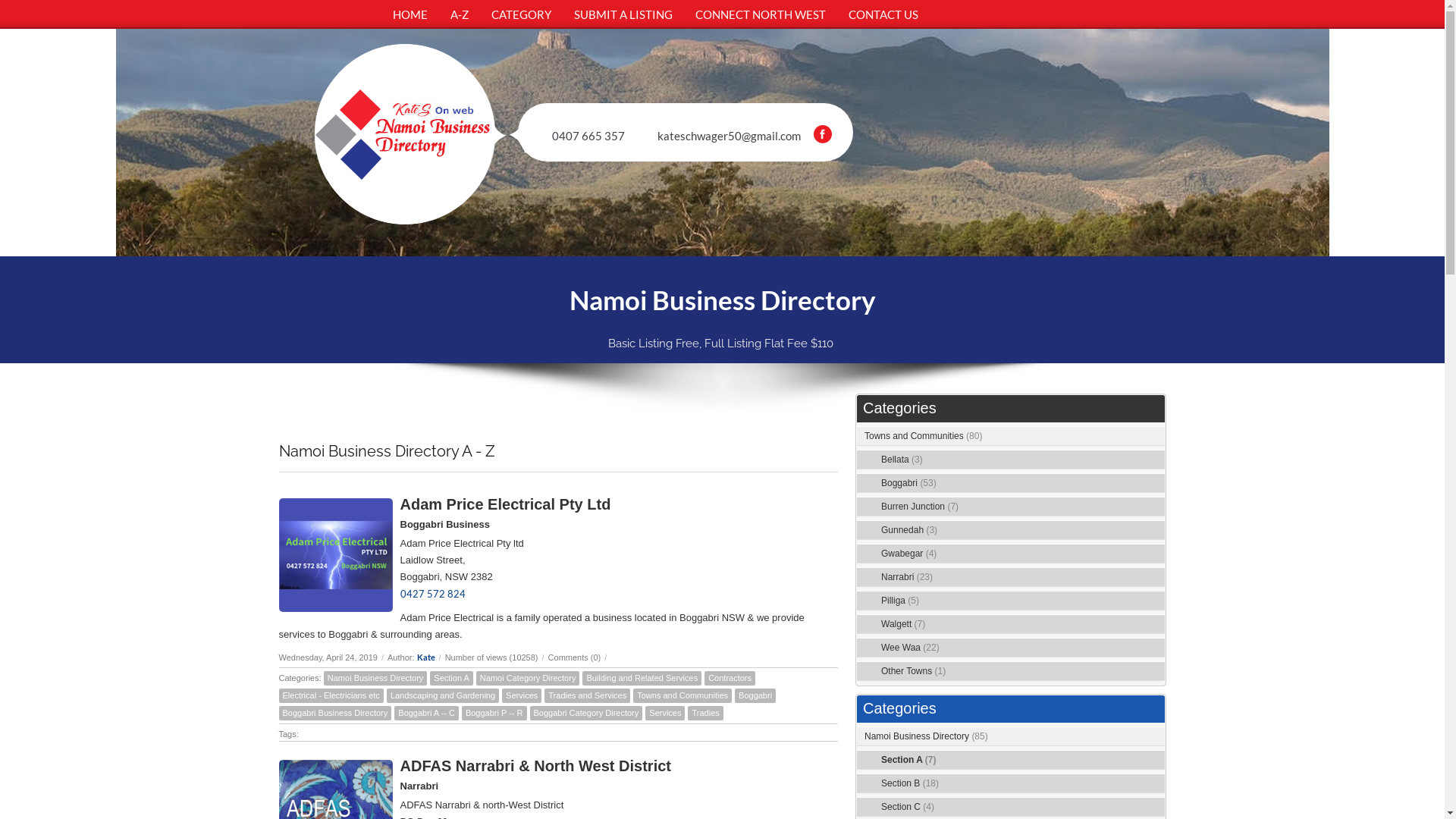 The width and height of the screenshot is (1456, 819). Describe the element at coordinates (907, 806) in the screenshot. I see `'Section C (4)'` at that location.